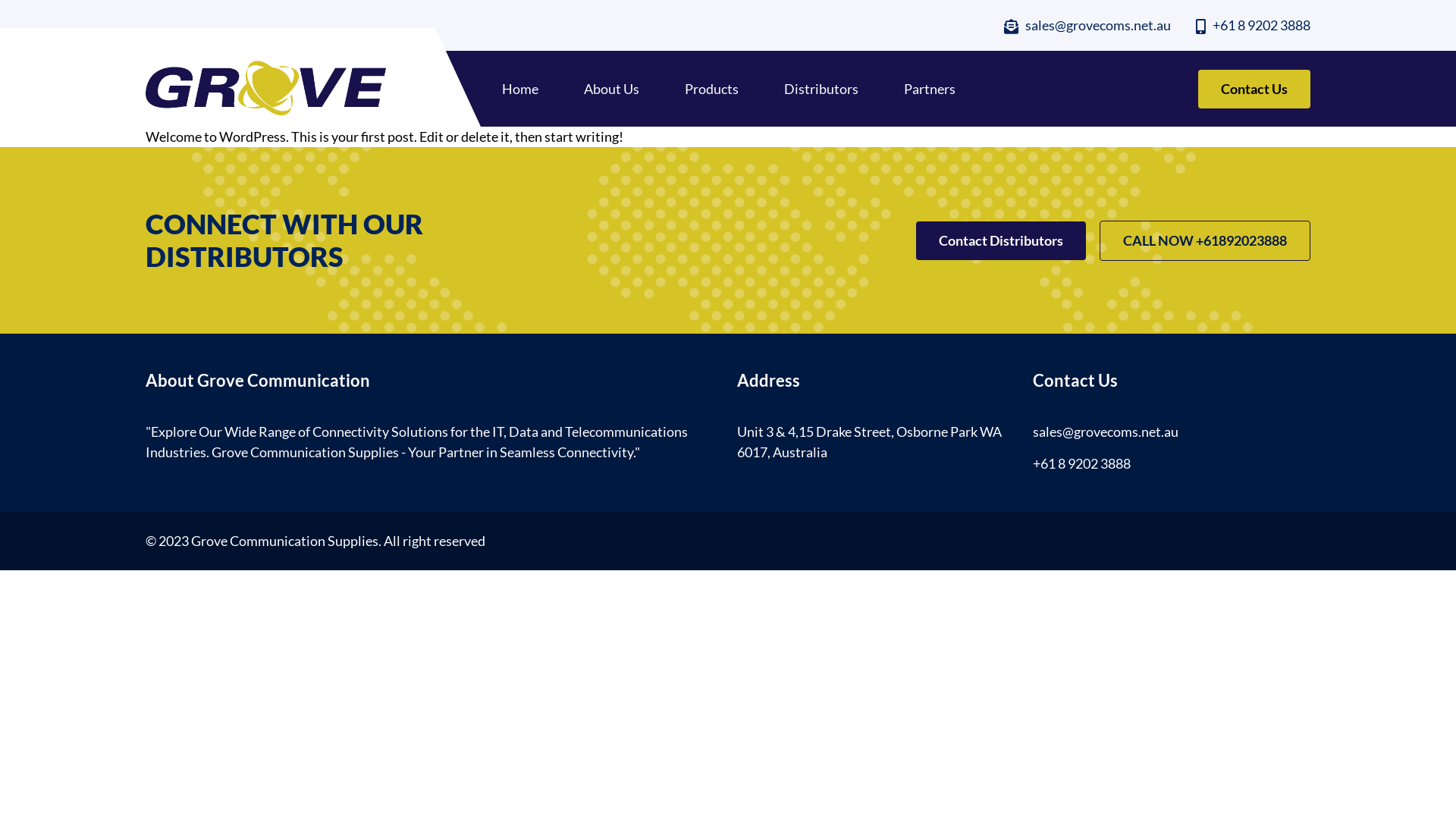  What do you see at coordinates (520, 88) in the screenshot?
I see `'Home'` at bounding box center [520, 88].